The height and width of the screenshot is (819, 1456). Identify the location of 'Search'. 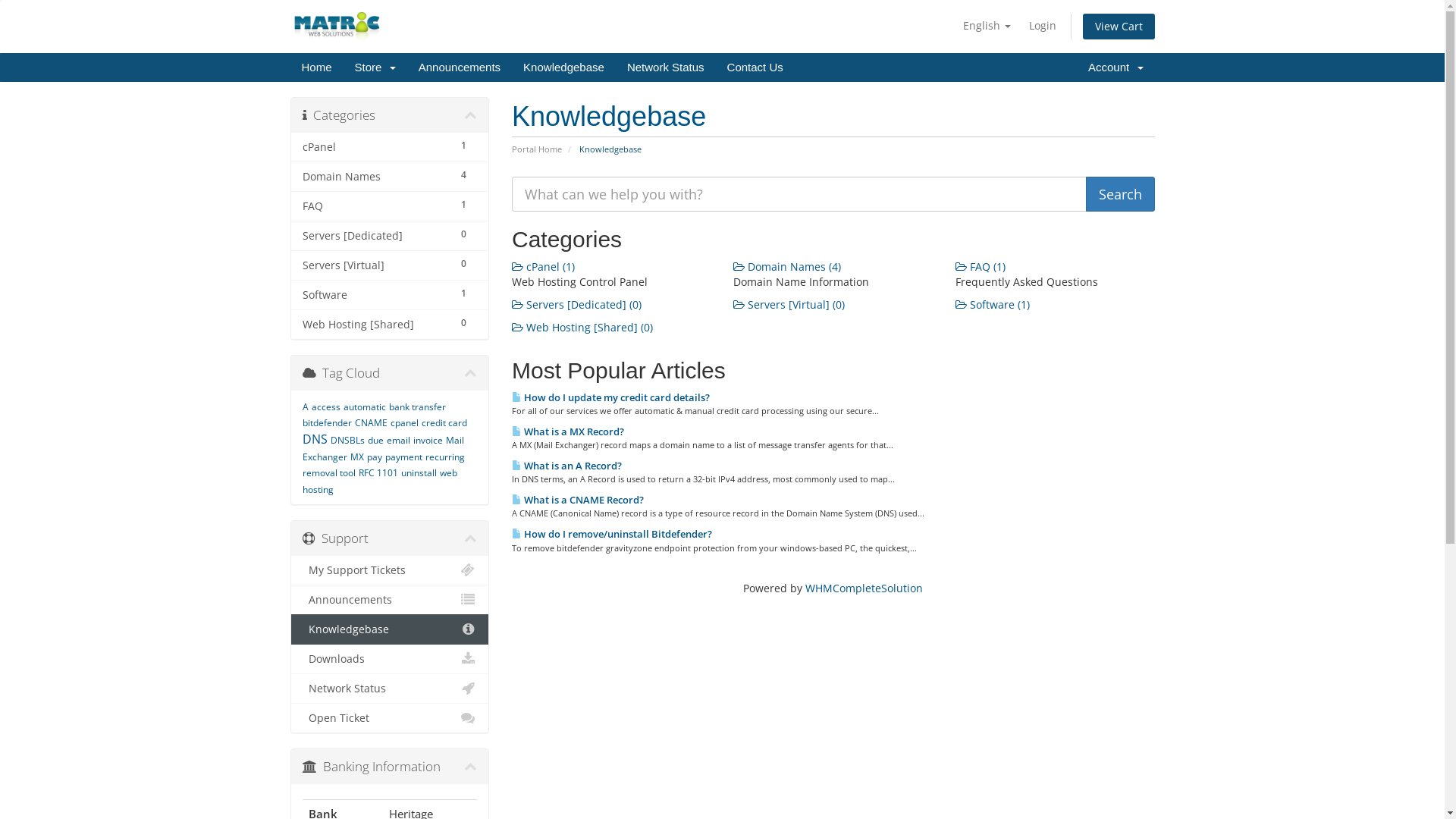
(1120, 193).